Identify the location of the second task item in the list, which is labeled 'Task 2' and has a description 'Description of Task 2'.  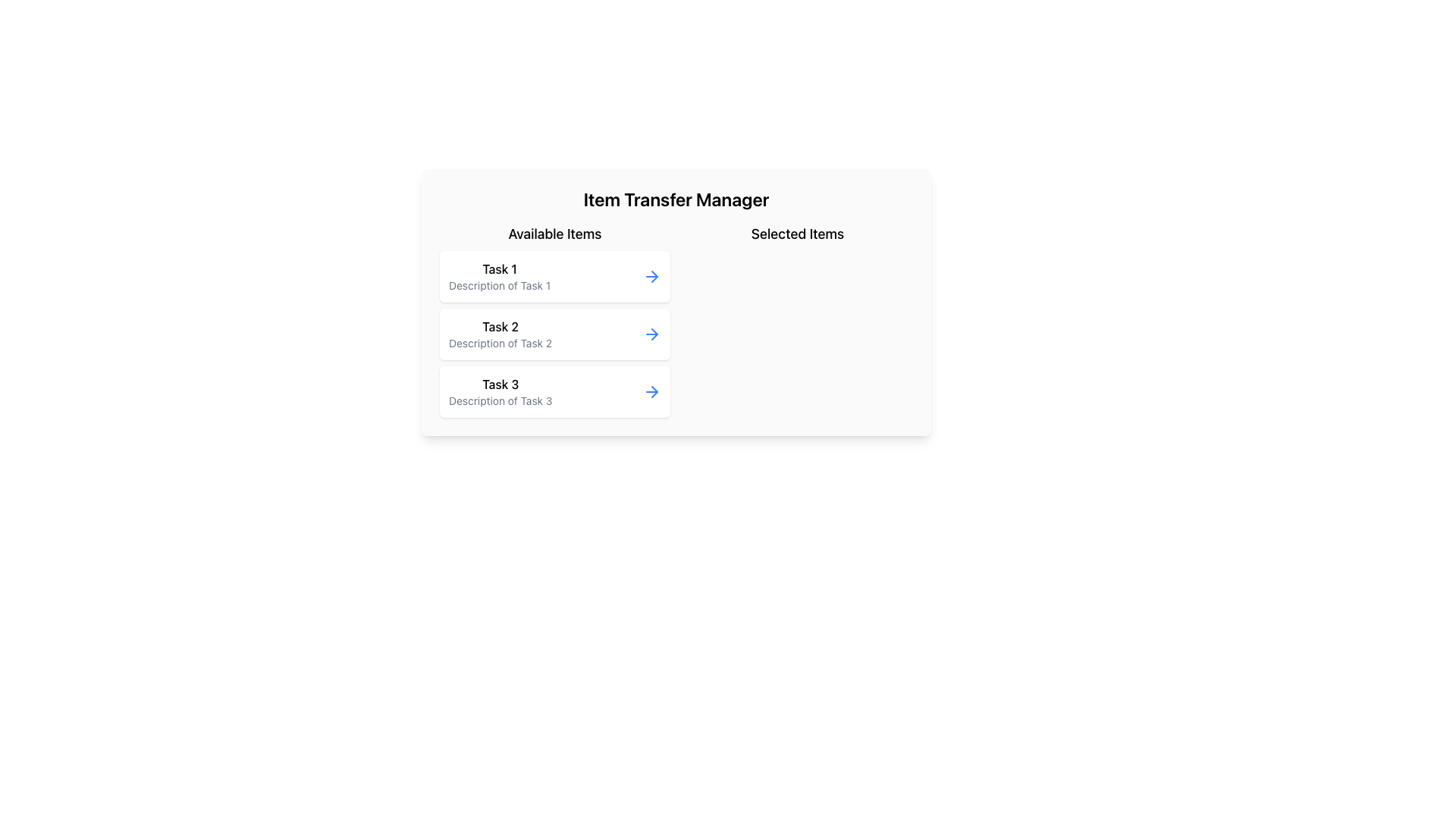
(500, 333).